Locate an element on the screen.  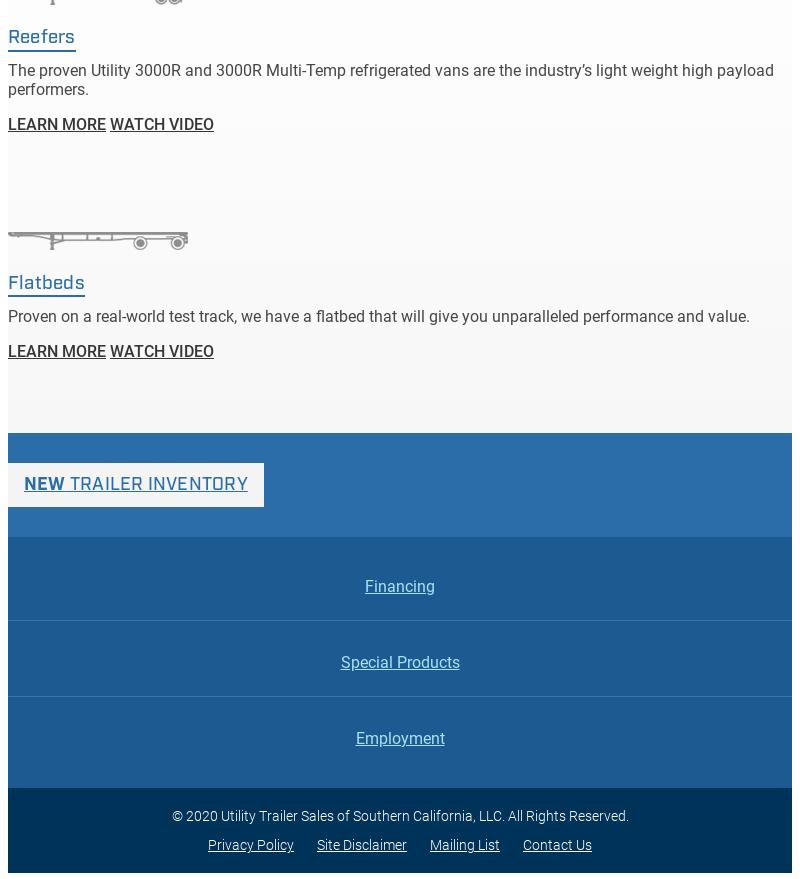
'New' is located at coordinates (43, 482).